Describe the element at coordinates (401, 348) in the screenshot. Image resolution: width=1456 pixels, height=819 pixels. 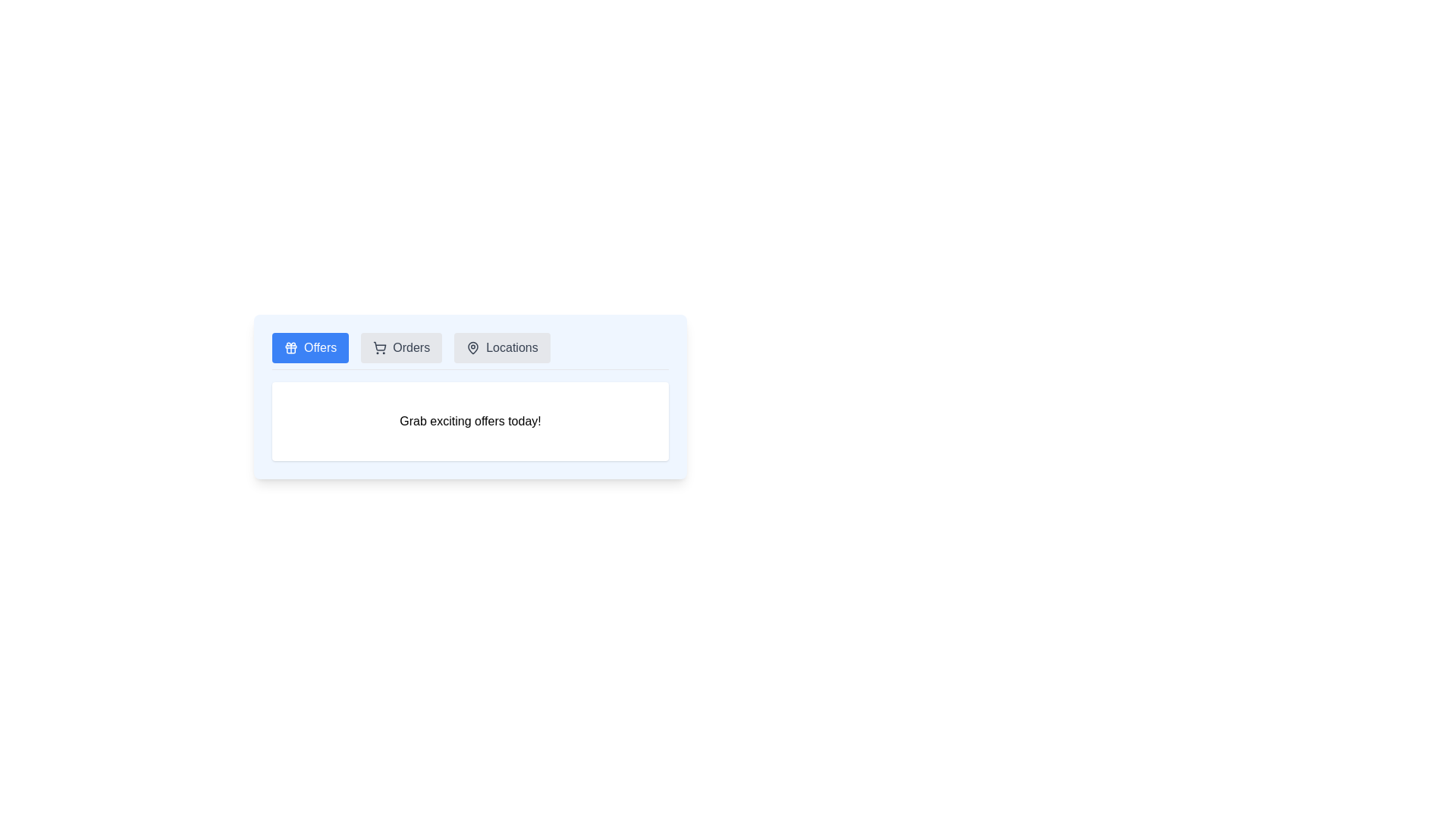
I see `the tab labeled Orders` at that location.